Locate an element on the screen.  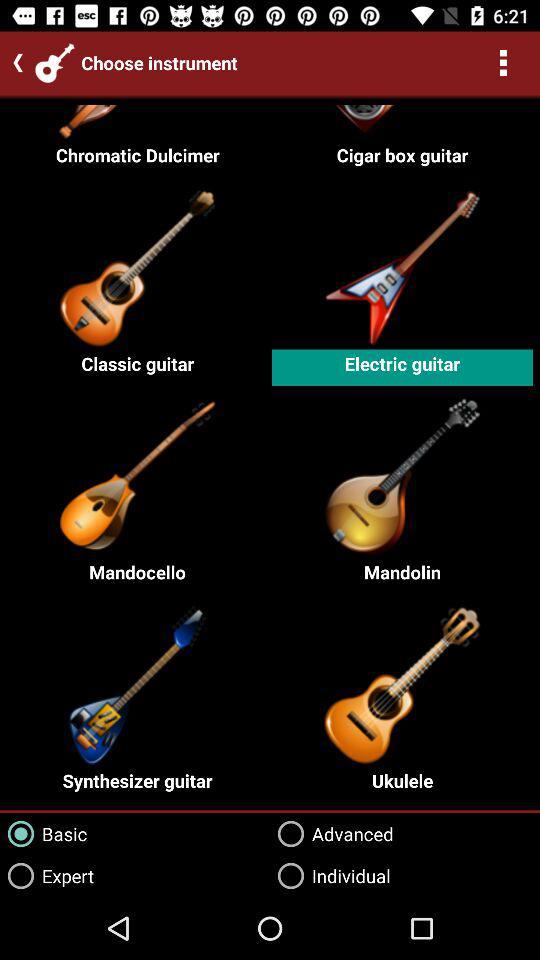
item below the basic is located at coordinates (47, 875).